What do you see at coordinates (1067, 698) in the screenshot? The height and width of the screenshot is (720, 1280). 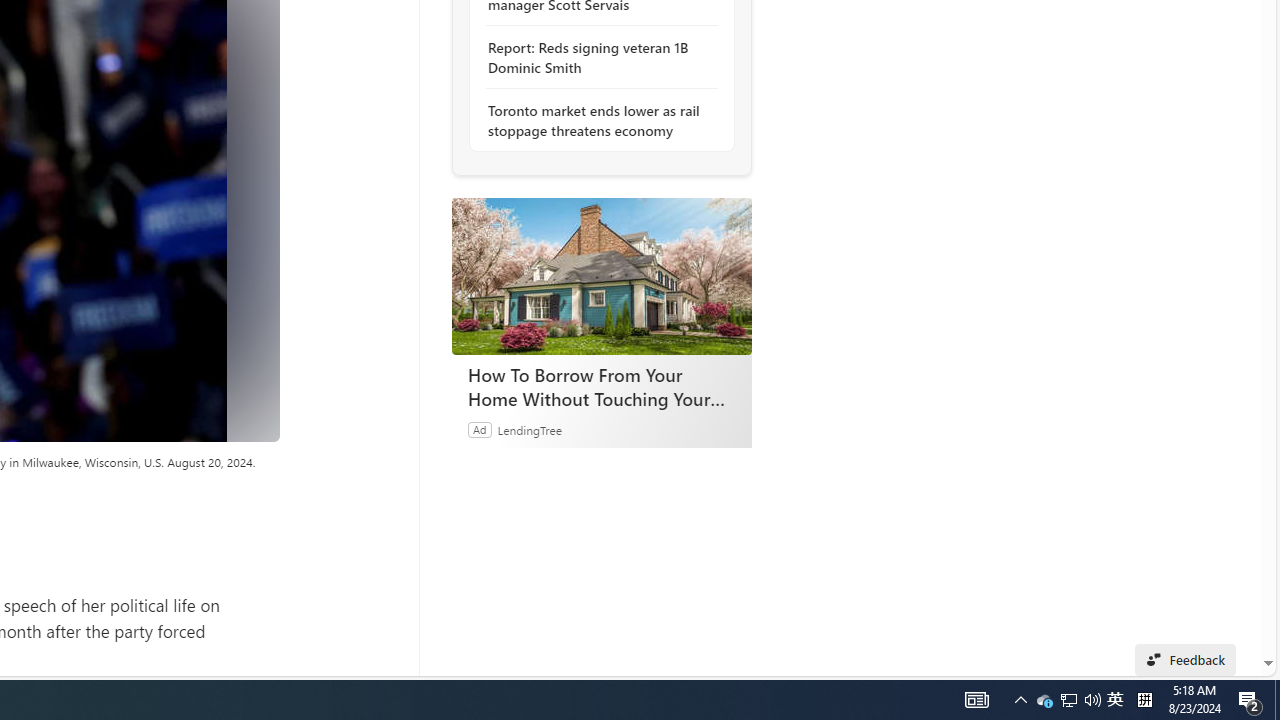 I see `'Notification Chevron'` at bounding box center [1067, 698].